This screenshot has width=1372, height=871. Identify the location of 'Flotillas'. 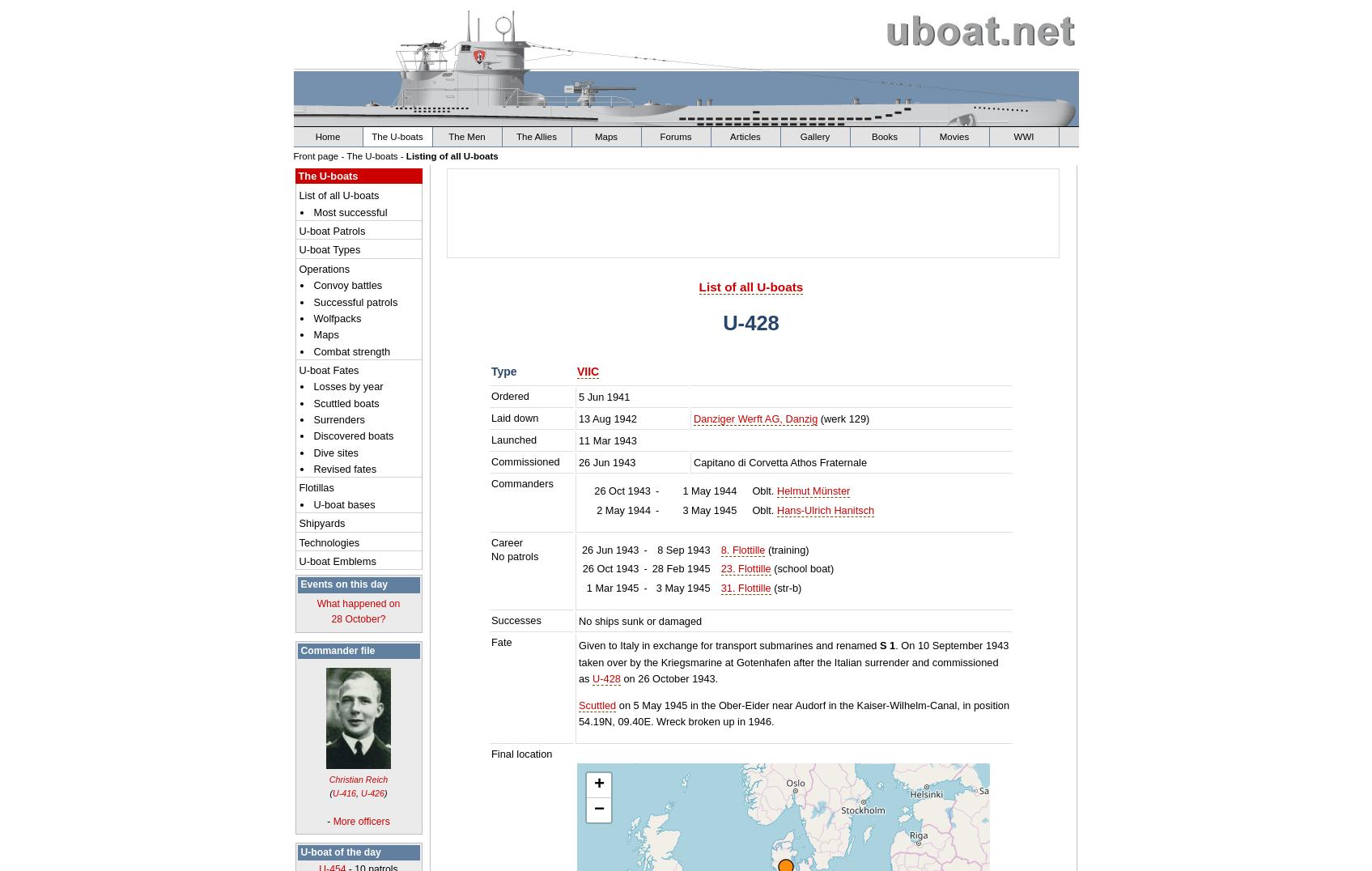
(315, 487).